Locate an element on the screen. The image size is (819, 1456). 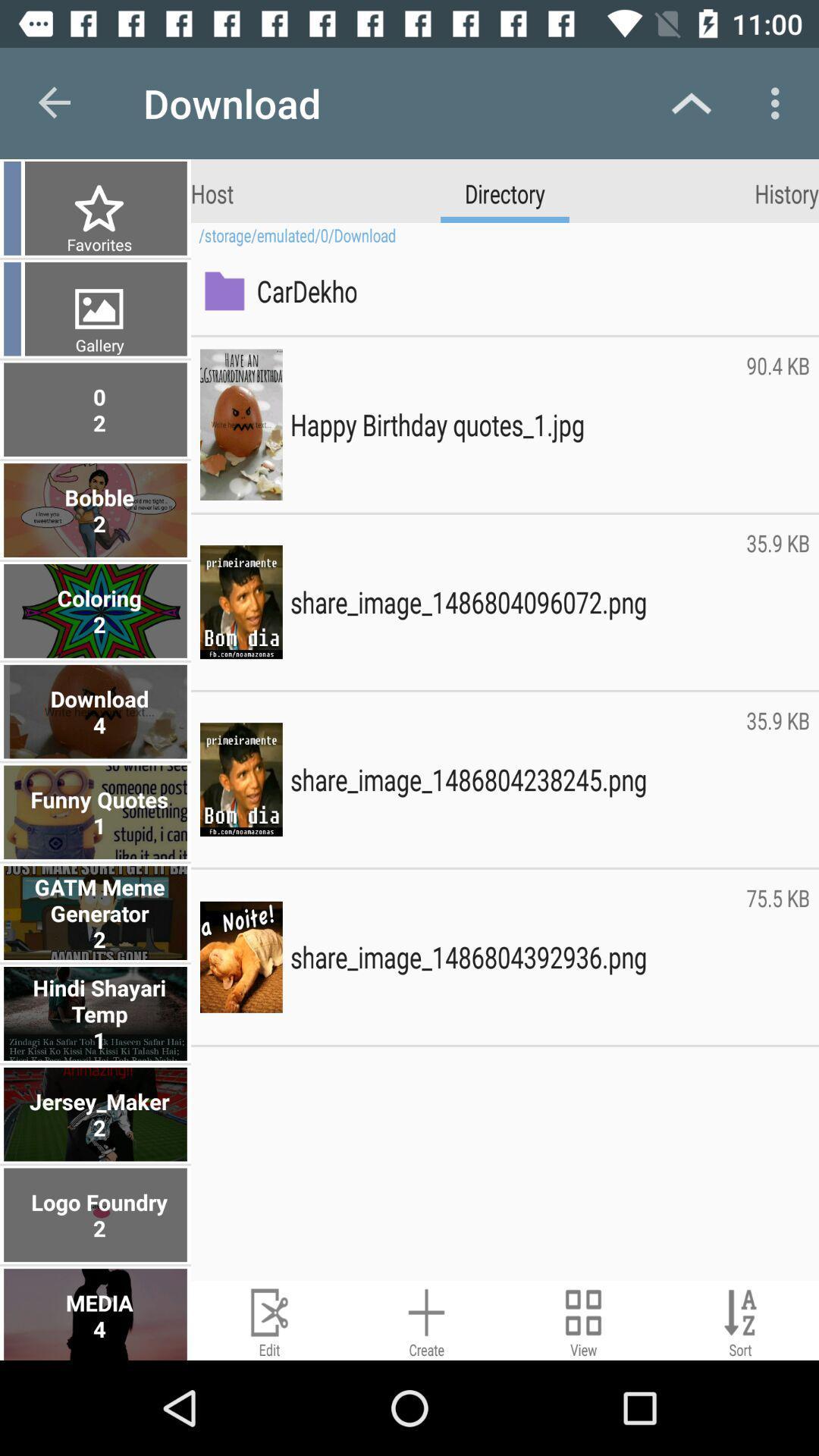
the cardekho item is located at coordinates (529, 290).